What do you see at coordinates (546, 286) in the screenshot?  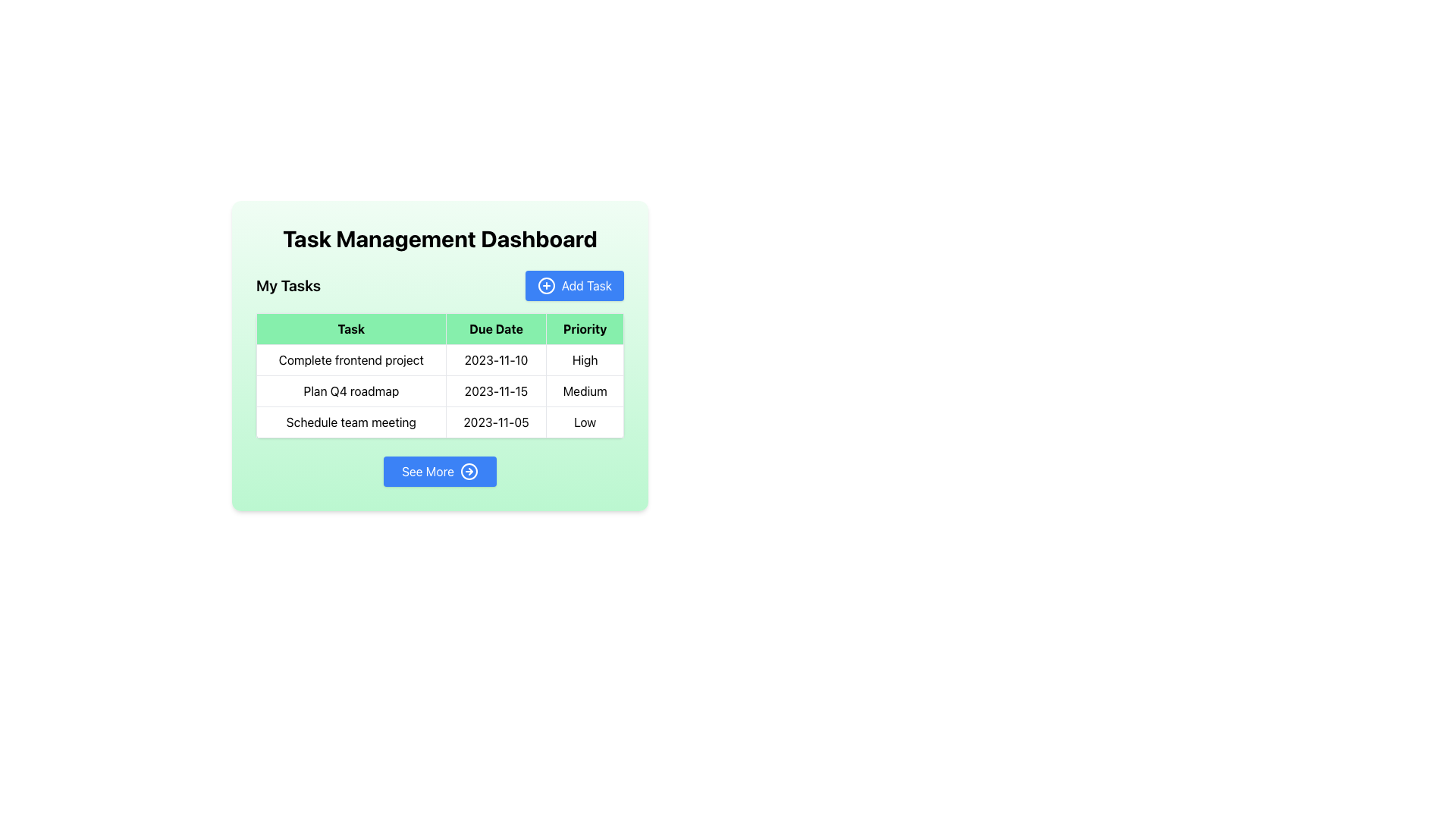 I see `the SVG circle that forms part of the 'add' icon in the 'Add Task' button located in the top-right area of the task management dashboard` at bounding box center [546, 286].